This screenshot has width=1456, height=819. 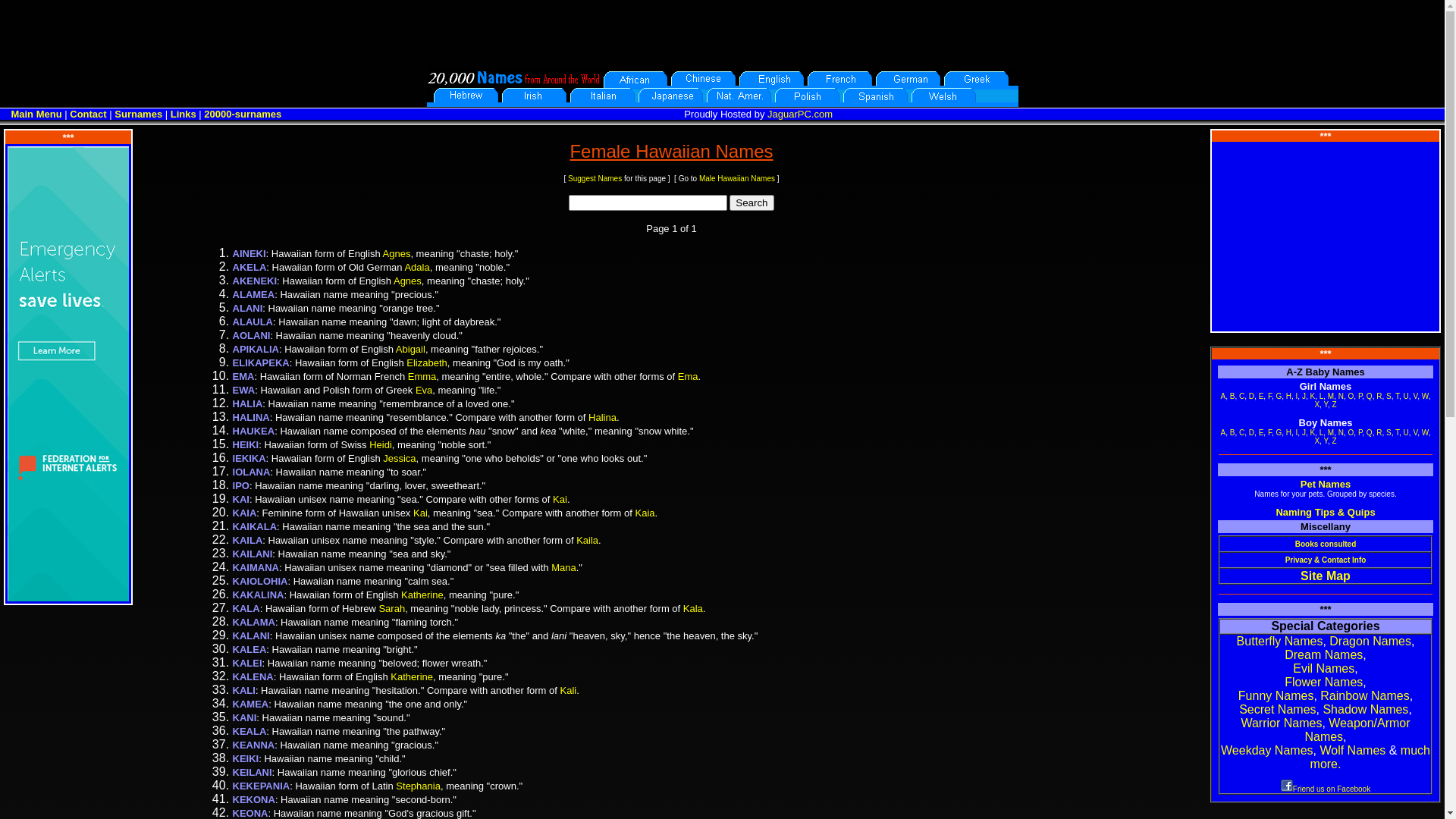 What do you see at coordinates (415, 389) in the screenshot?
I see `'Eva'` at bounding box center [415, 389].